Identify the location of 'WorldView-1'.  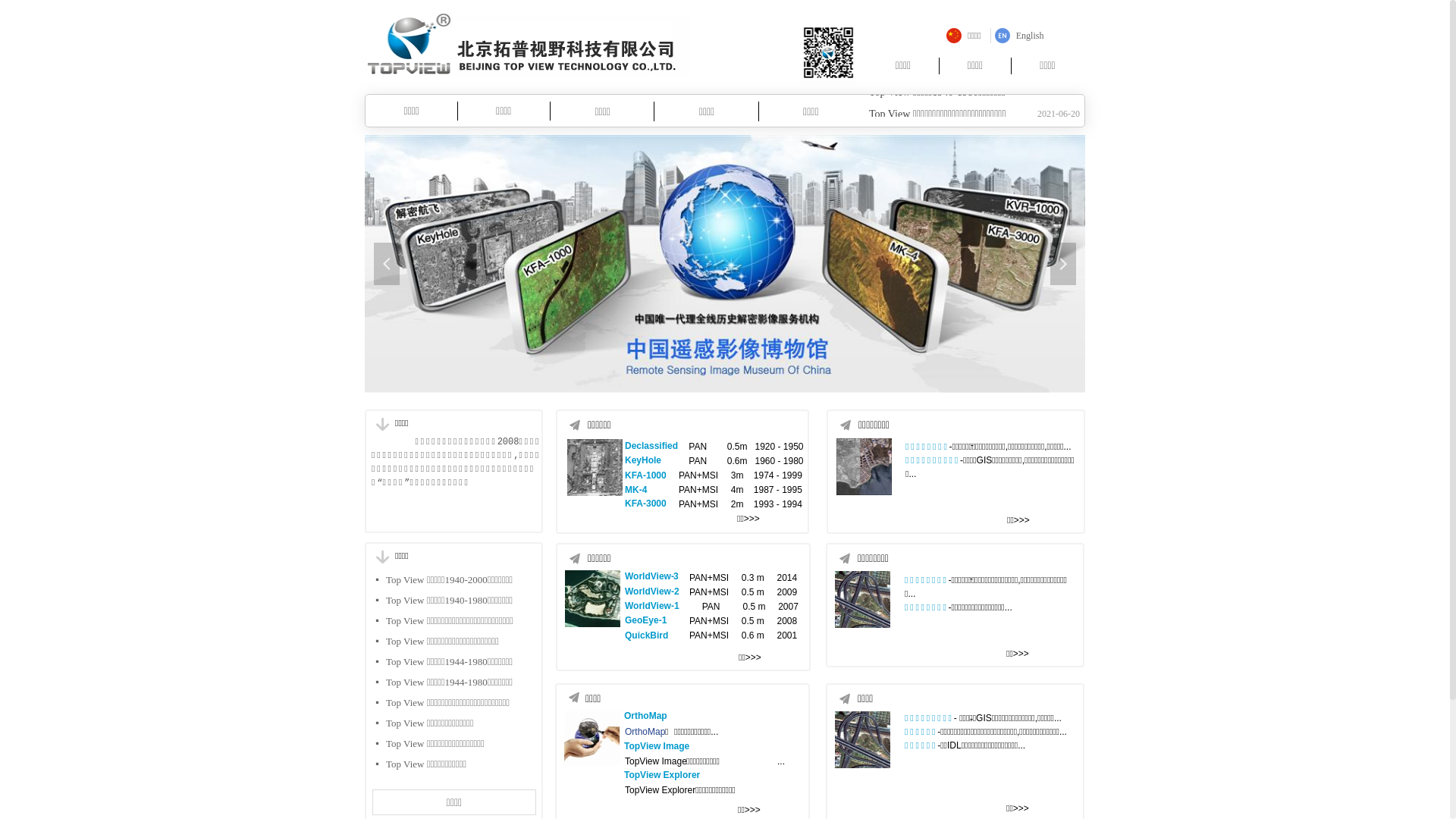
(621, 604).